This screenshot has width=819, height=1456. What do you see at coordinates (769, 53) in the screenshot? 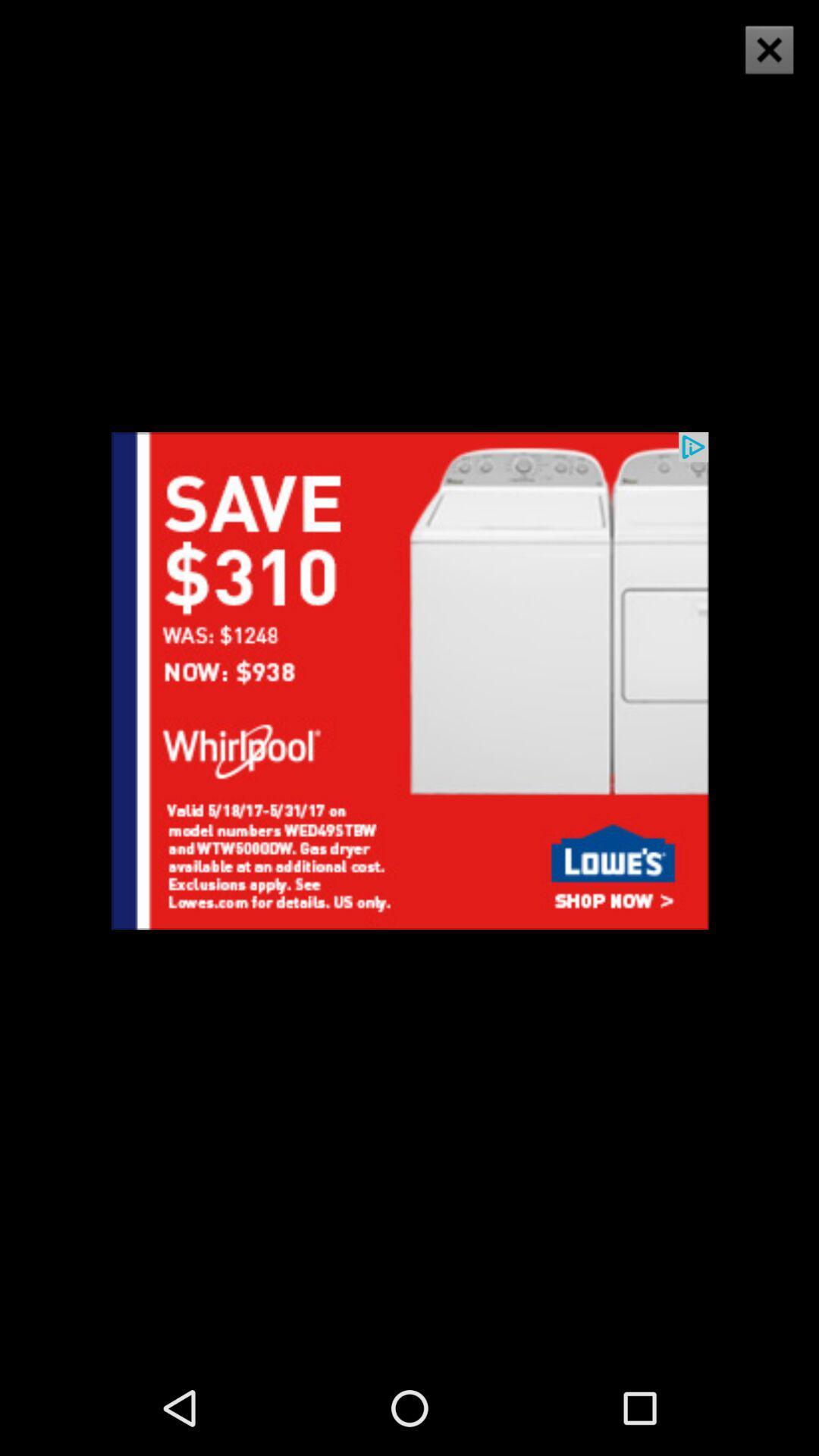
I see `the close icon` at bounding box center [769, 53].